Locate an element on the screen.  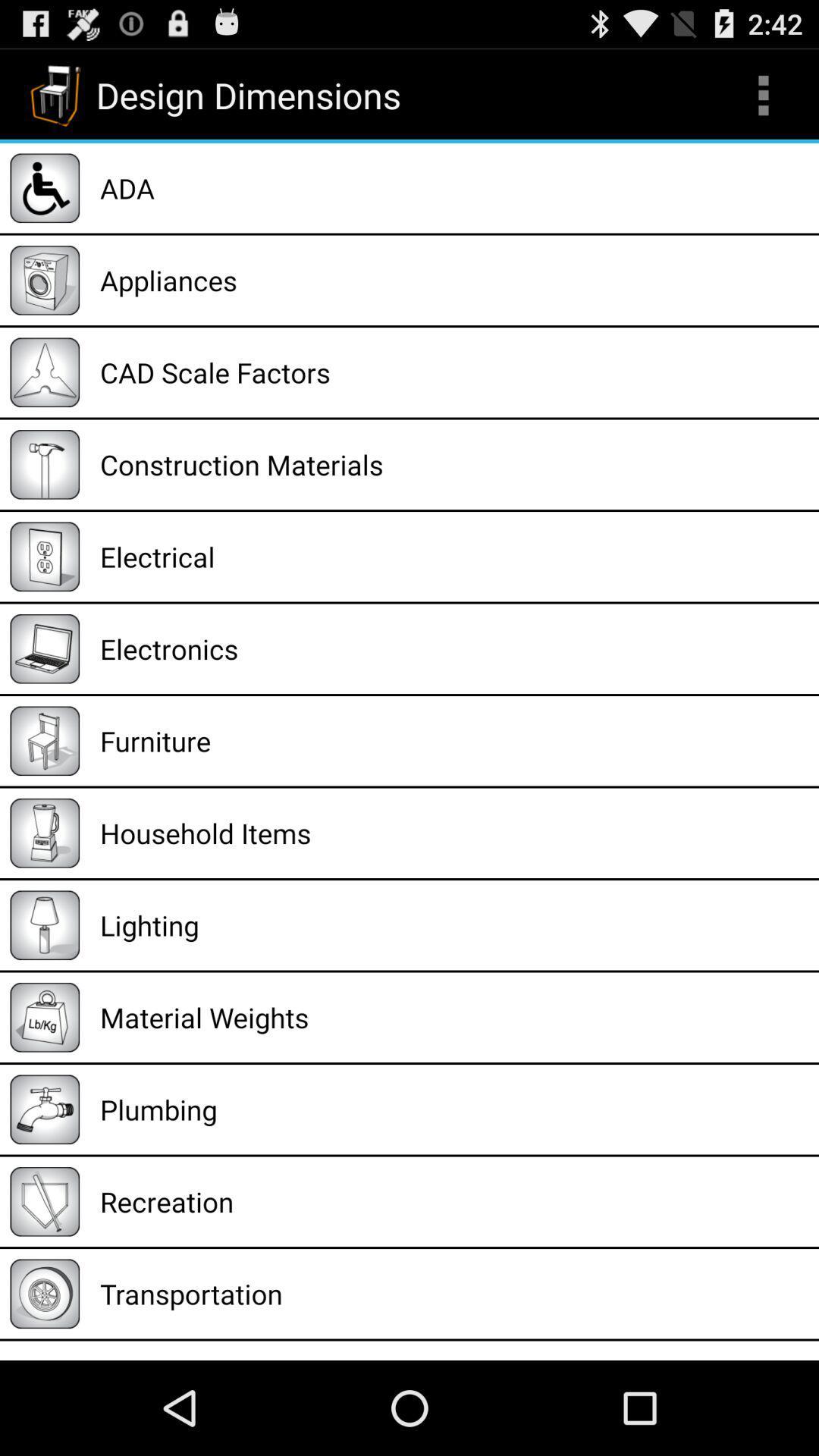
material weights item is located at coordinates (453, 1017).